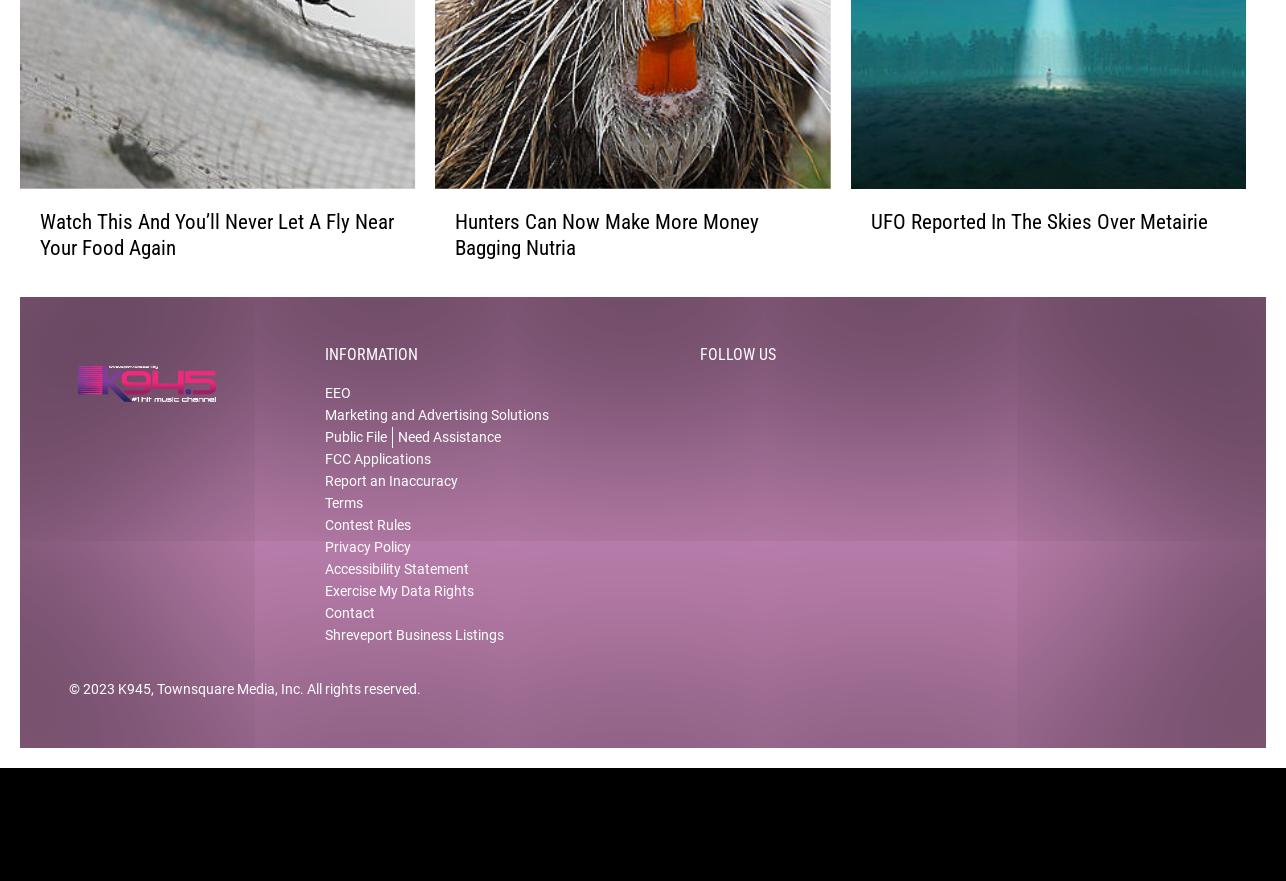 Image resolution: width=1286 pixels, height=881 pixels. I want to click on 'Marketing and Advertising Solutions', so click(435, 431).